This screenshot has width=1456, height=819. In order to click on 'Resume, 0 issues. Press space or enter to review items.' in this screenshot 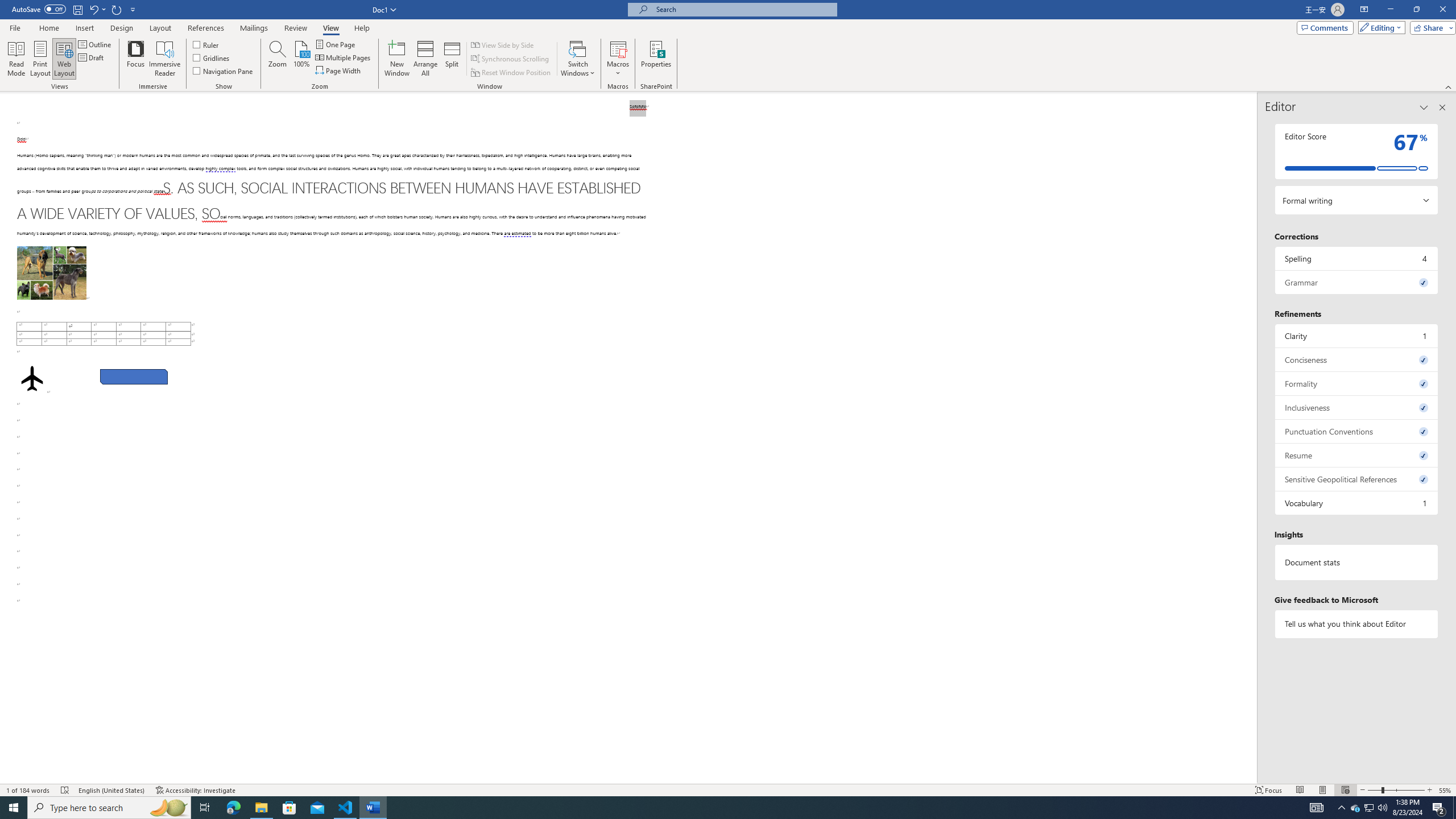, I will do `click(1356, 455)`.